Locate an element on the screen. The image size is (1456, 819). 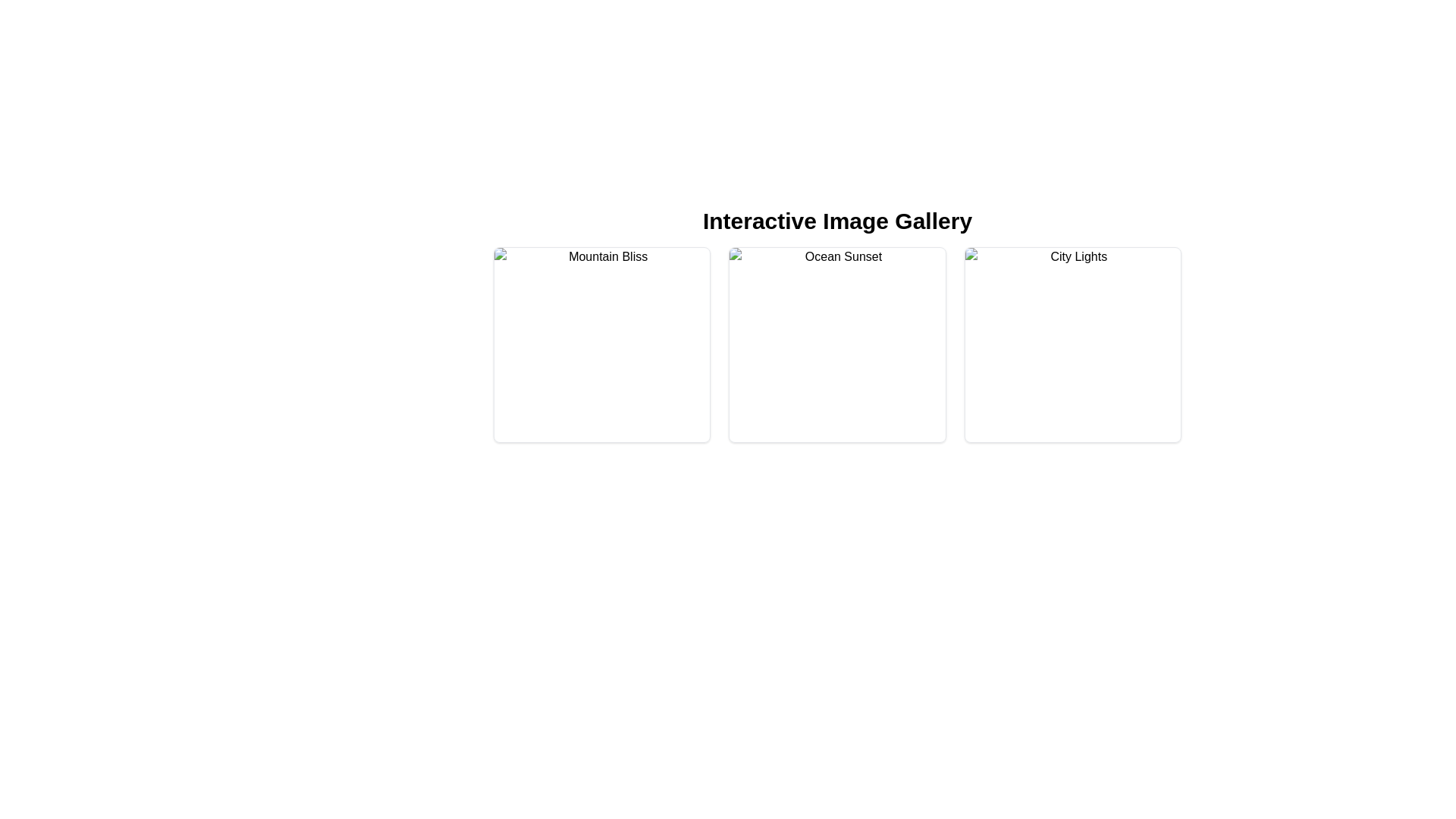
the first button in the row of interactive elements to change its color, which likely represents a 'like' or 'favorite' action is located at coordinates (800, 359).